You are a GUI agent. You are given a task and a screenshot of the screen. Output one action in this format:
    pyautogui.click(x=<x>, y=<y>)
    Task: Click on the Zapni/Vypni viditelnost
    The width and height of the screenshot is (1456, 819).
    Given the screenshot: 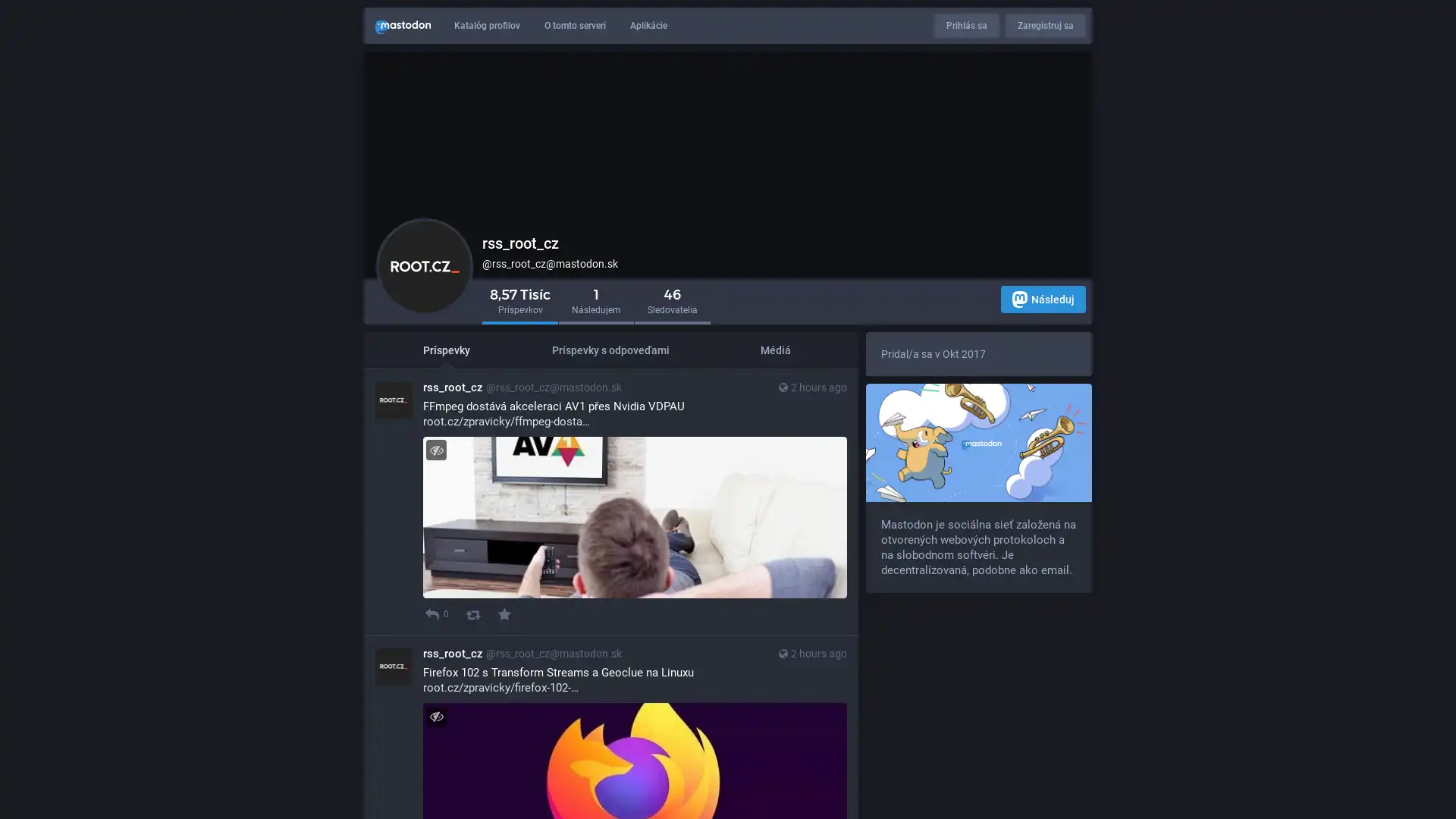 What is the action you would take?
    pyautogui.click(x=435, y=449)
    